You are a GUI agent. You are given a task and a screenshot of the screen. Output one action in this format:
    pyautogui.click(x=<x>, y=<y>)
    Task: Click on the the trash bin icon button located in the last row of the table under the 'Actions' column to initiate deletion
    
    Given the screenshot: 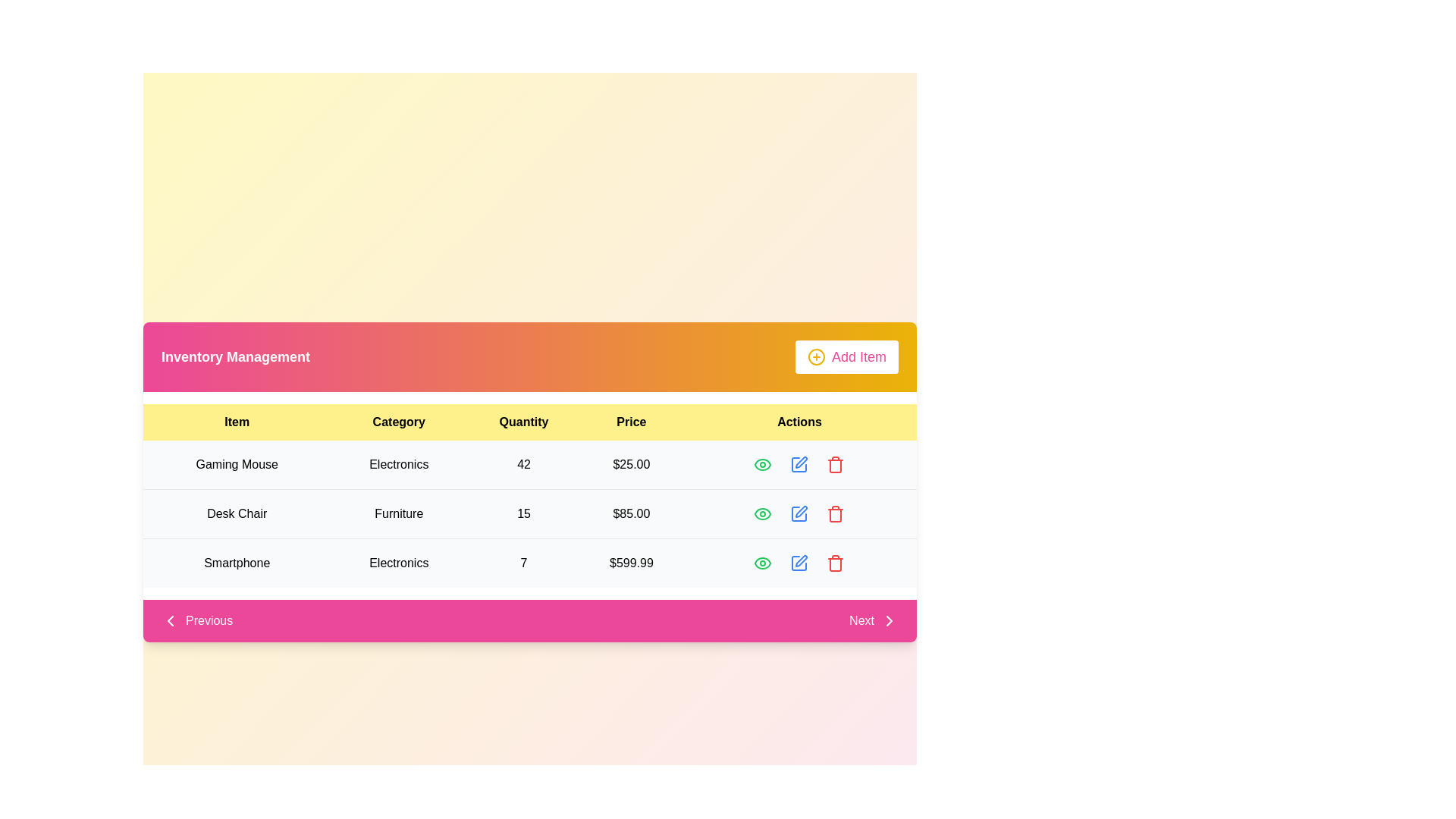 What is the action you would take?
    pyautogui.click(x=835, y=563)
    